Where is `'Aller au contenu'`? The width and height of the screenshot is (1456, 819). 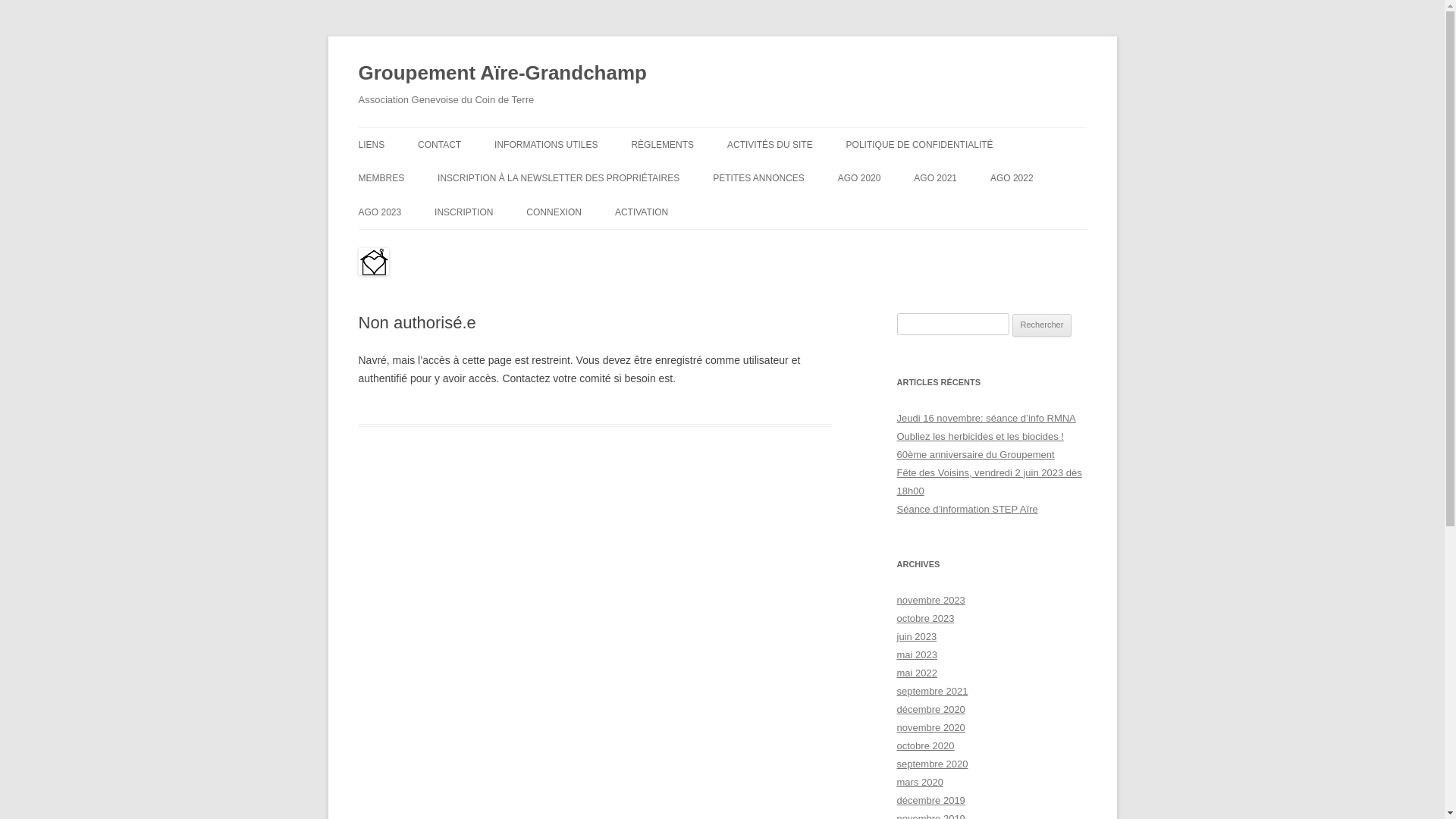
'Aller au contenu' is located at coordinates (721, 127).